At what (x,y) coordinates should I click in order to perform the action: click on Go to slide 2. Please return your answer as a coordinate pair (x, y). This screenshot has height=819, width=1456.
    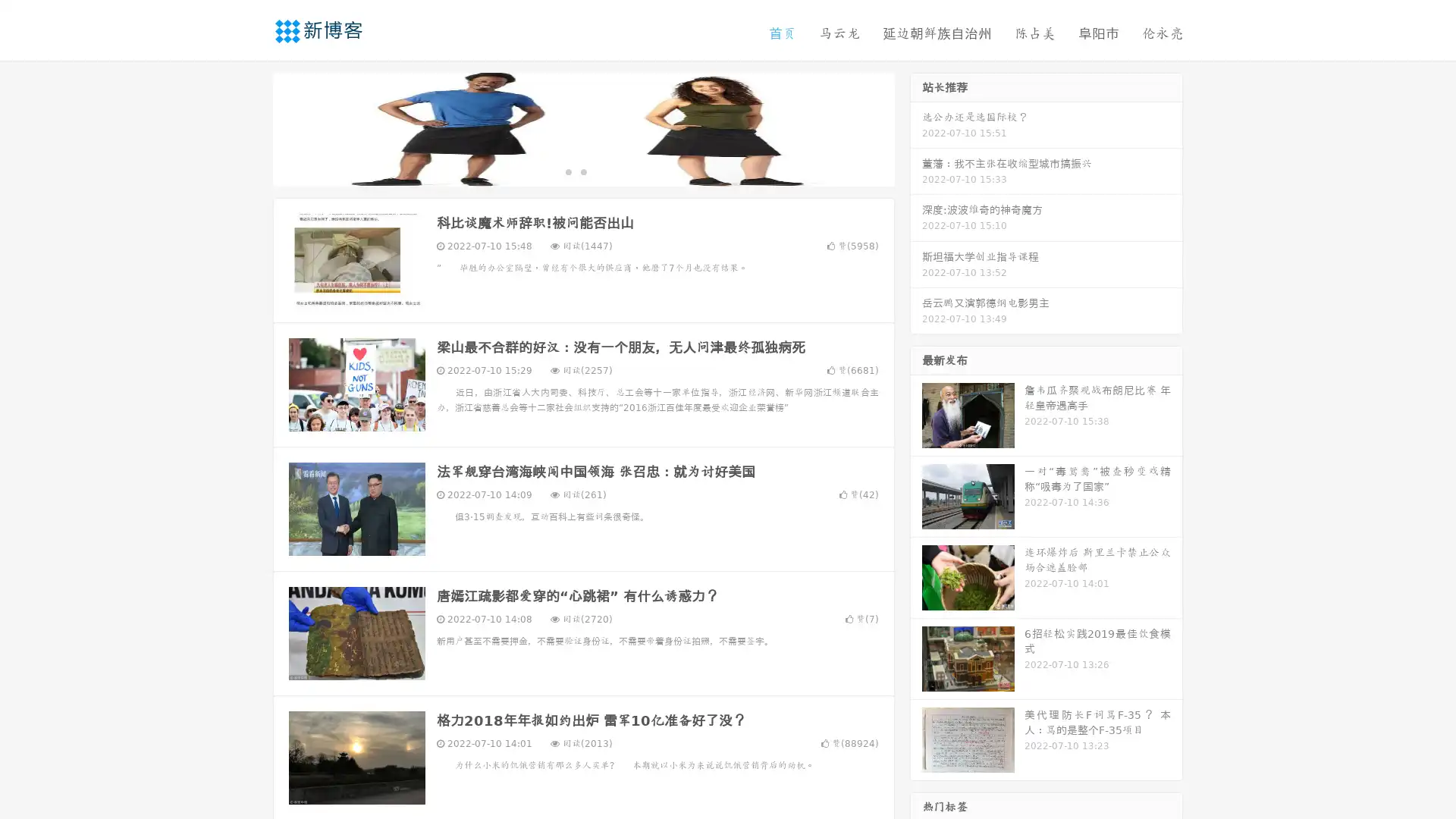
    Looking at the image, I should click on (582, 171).